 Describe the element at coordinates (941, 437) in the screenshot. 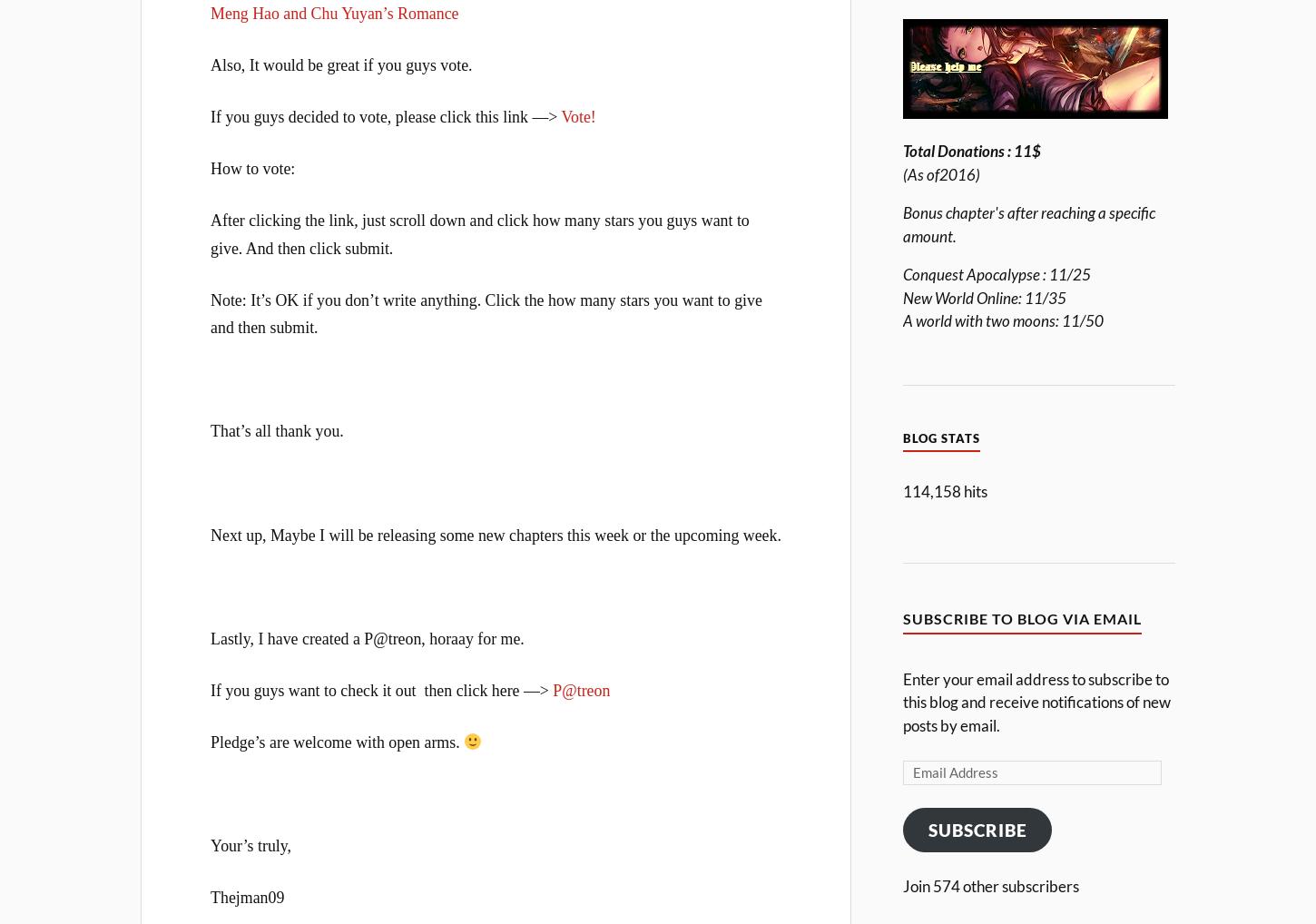

I see `'Blog Stats'` at that location.